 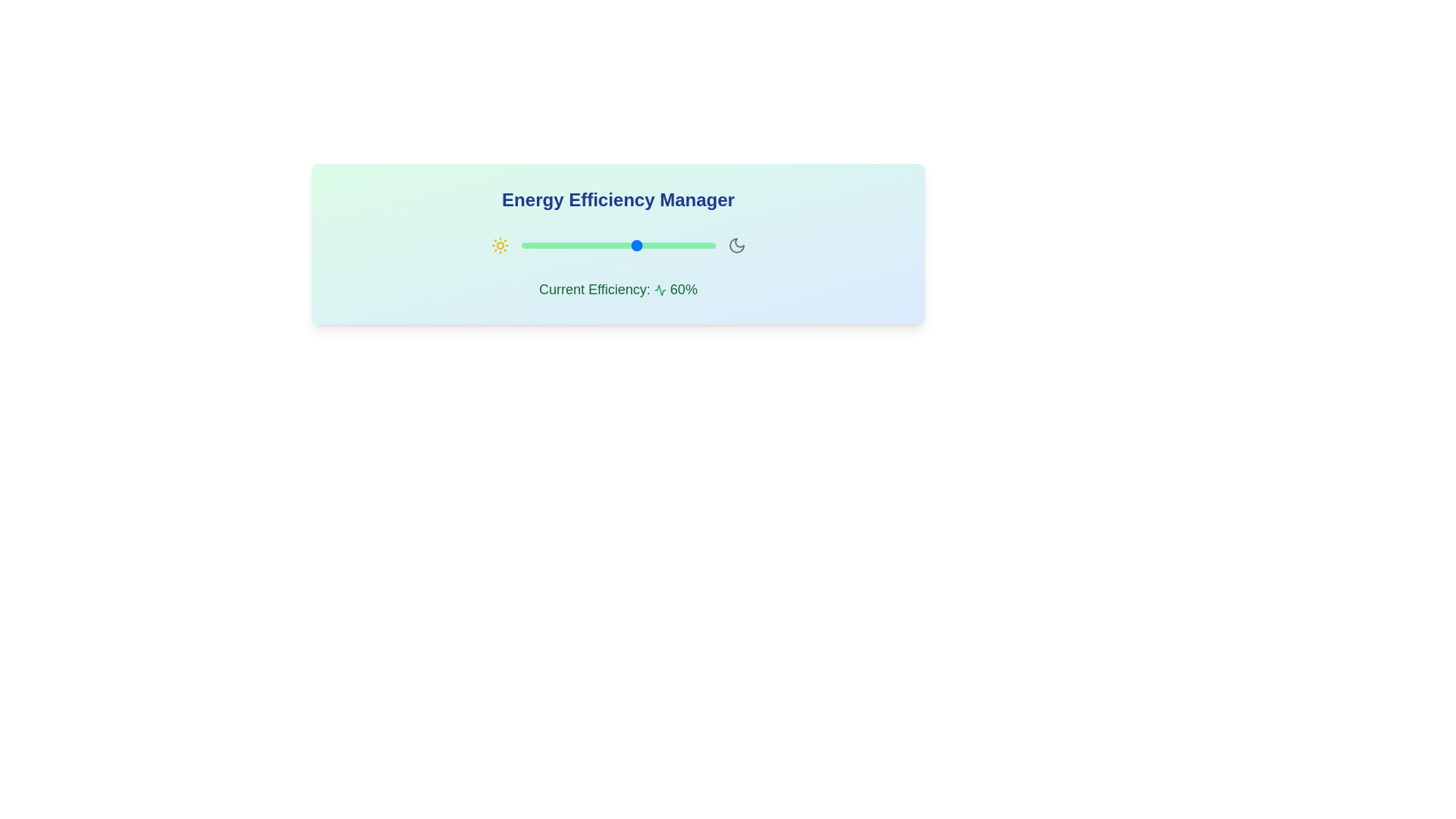 What do you see at coordinates (500, 245) in the screenshot?
I see `the Sun icon in the Energy Efficiency Manager component` at bounding box center [500, 245].